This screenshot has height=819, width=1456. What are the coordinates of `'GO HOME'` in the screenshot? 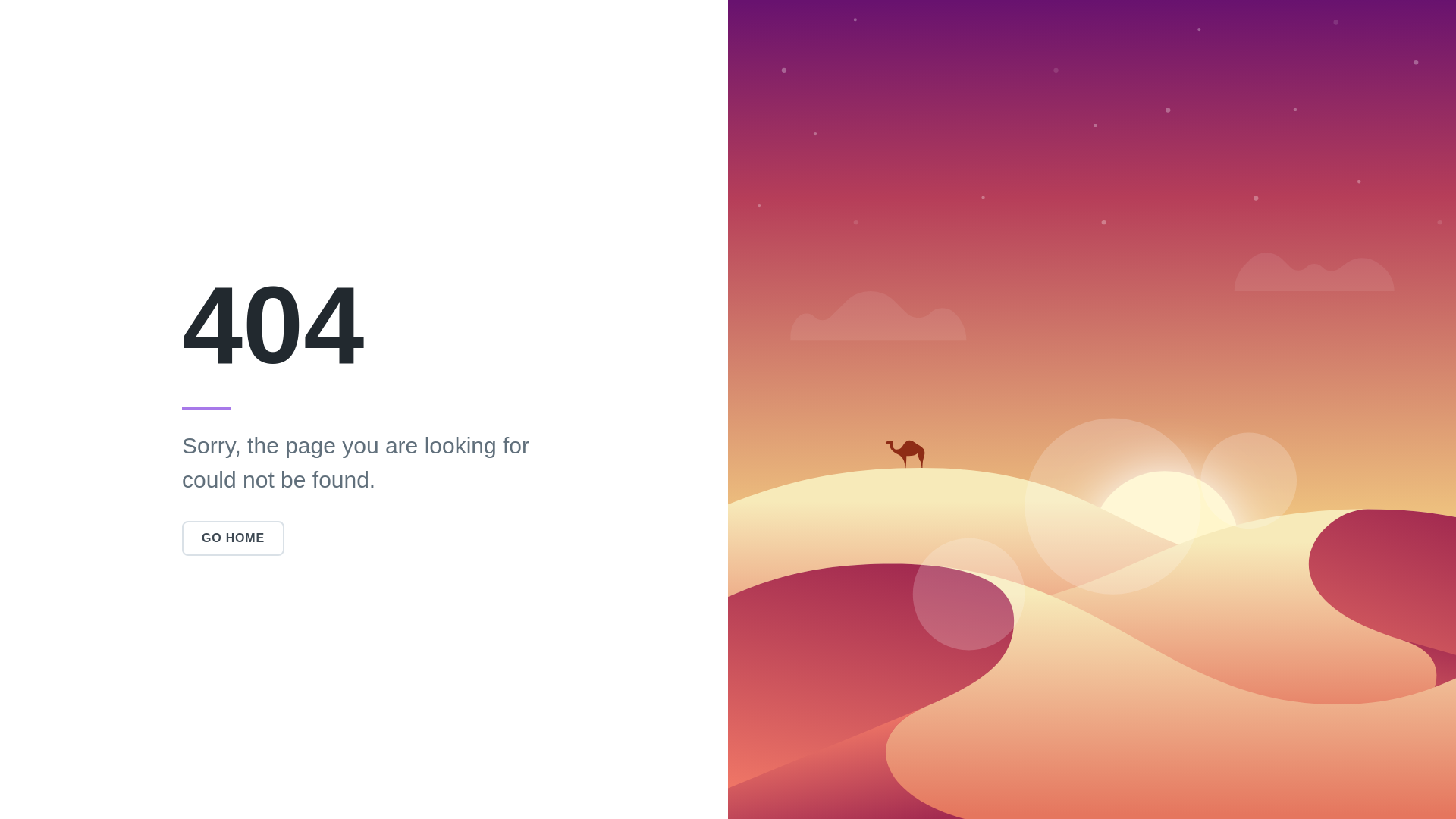 It's located at (232, 537).